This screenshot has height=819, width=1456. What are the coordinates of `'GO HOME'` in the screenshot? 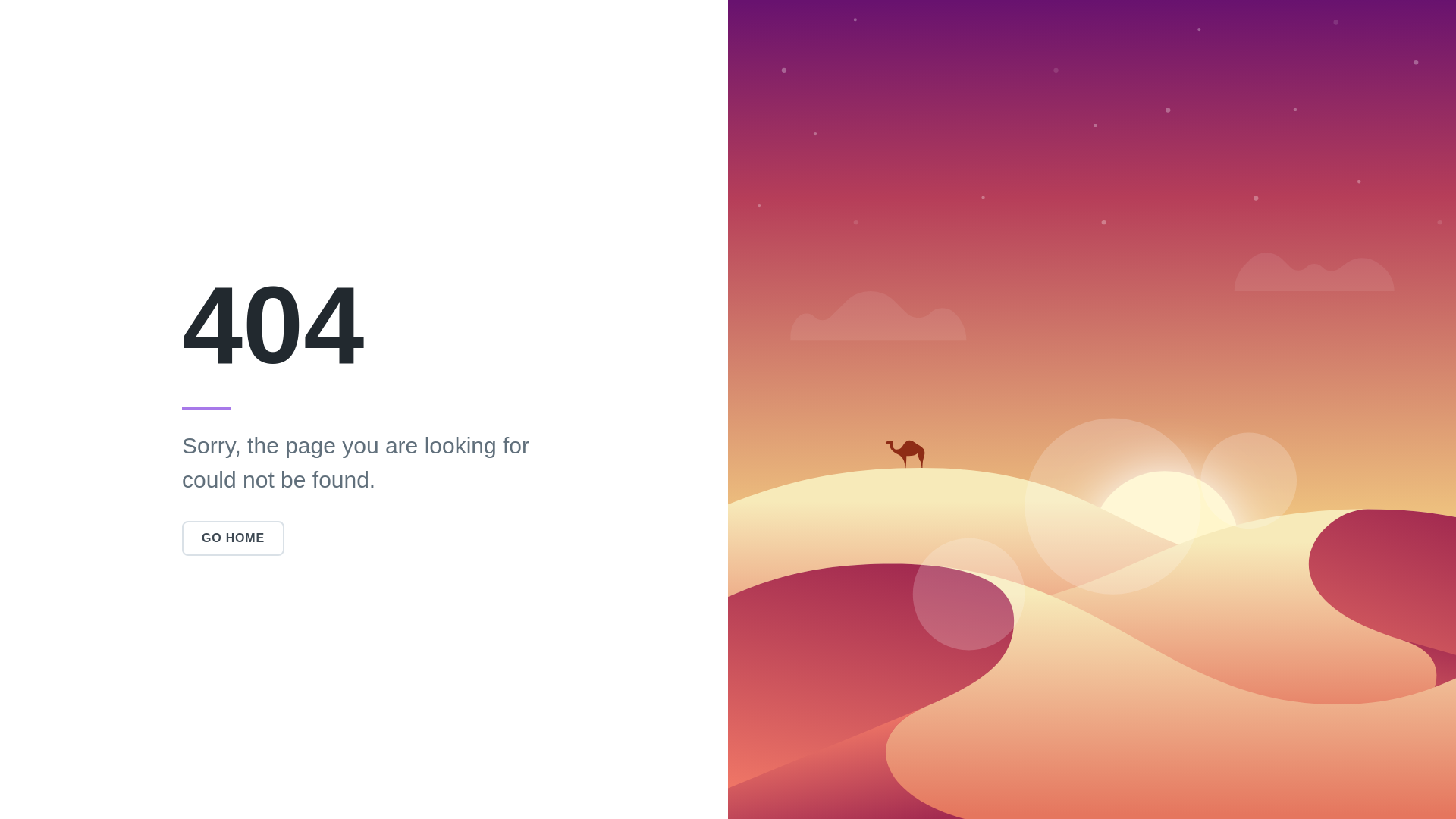 It's located at (232, 537).